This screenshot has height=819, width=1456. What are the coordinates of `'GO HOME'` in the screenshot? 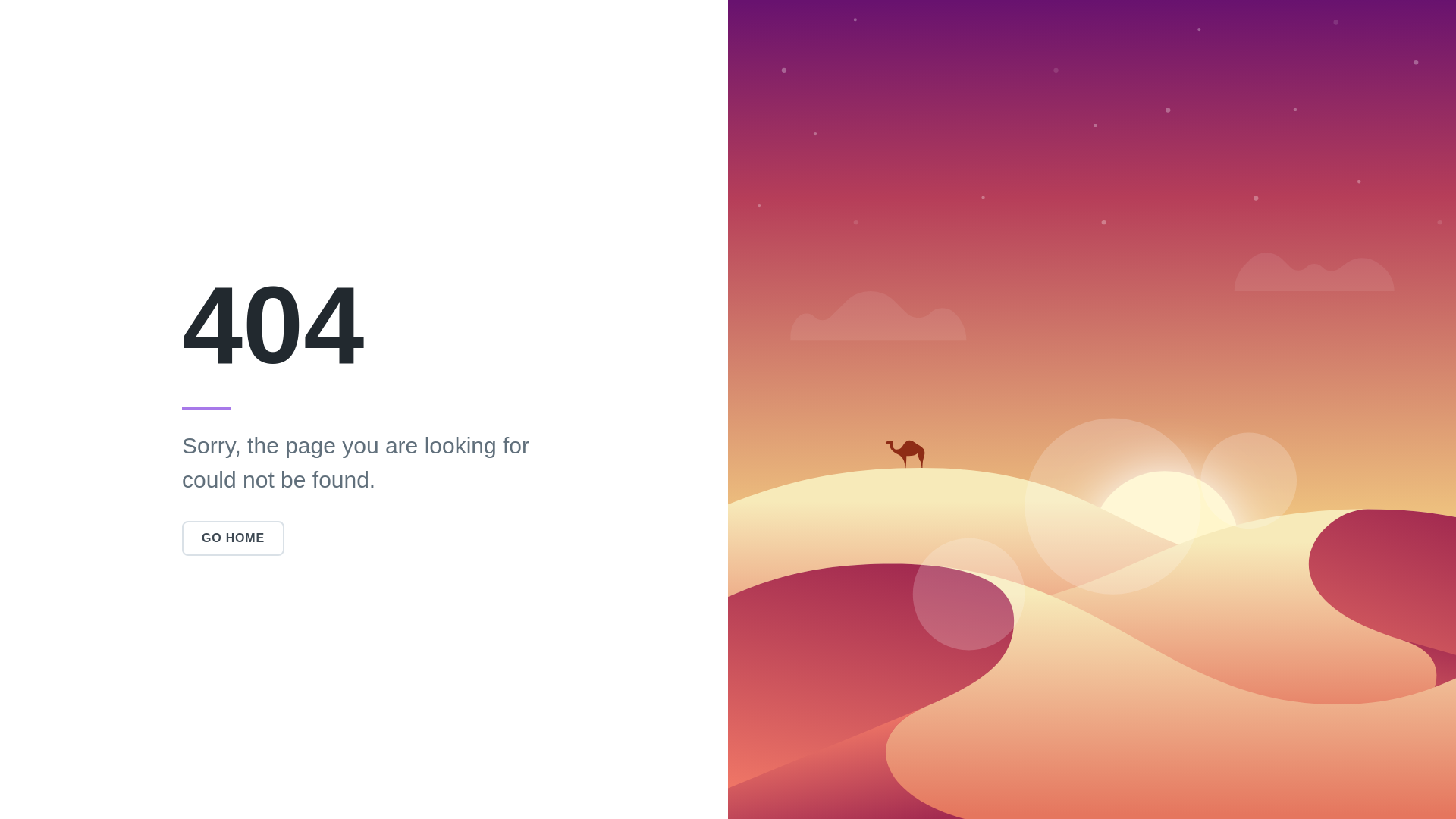 It's located at (232, 537).